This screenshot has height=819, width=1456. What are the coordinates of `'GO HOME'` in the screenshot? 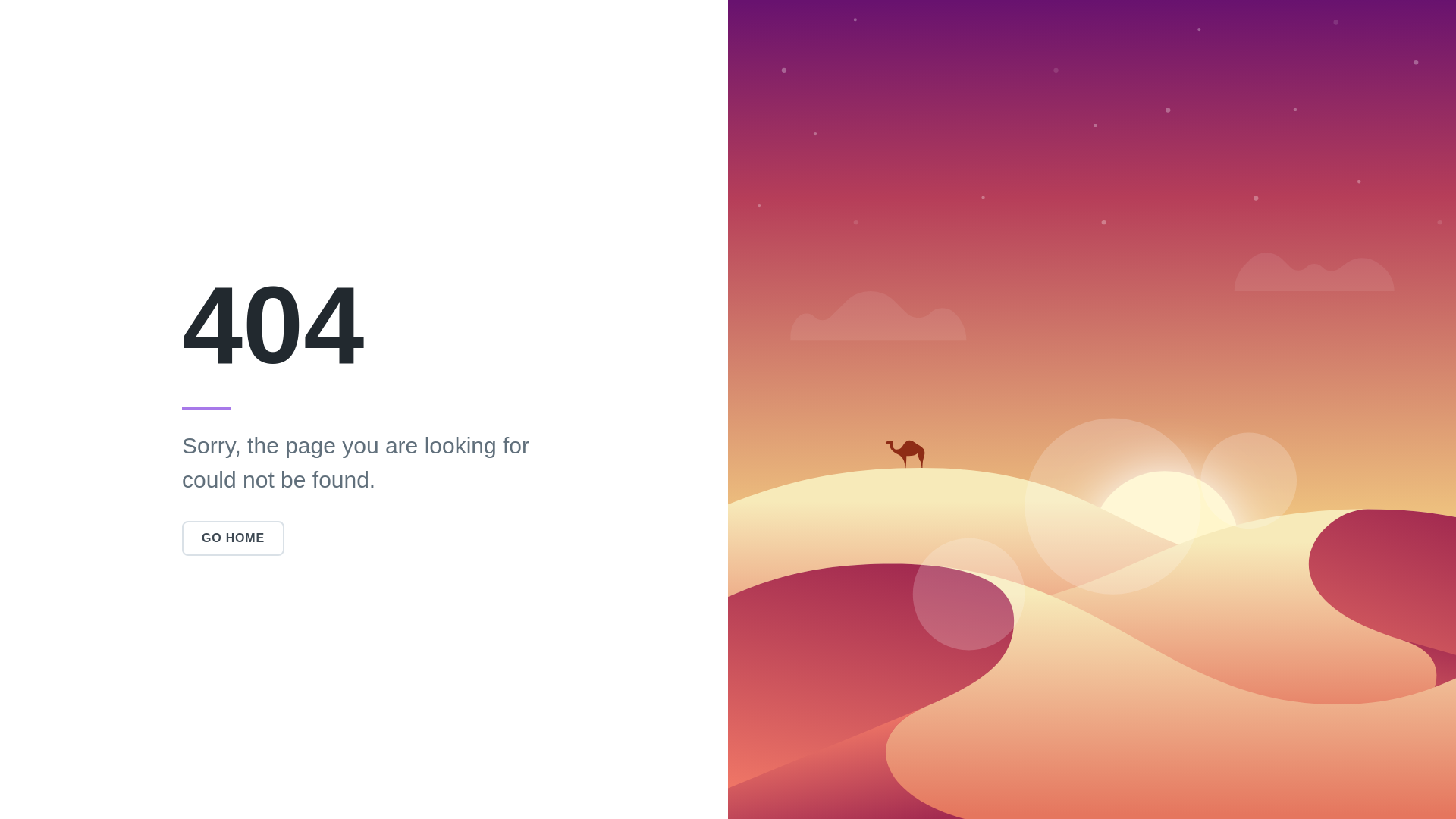 It's located at (232, 537).